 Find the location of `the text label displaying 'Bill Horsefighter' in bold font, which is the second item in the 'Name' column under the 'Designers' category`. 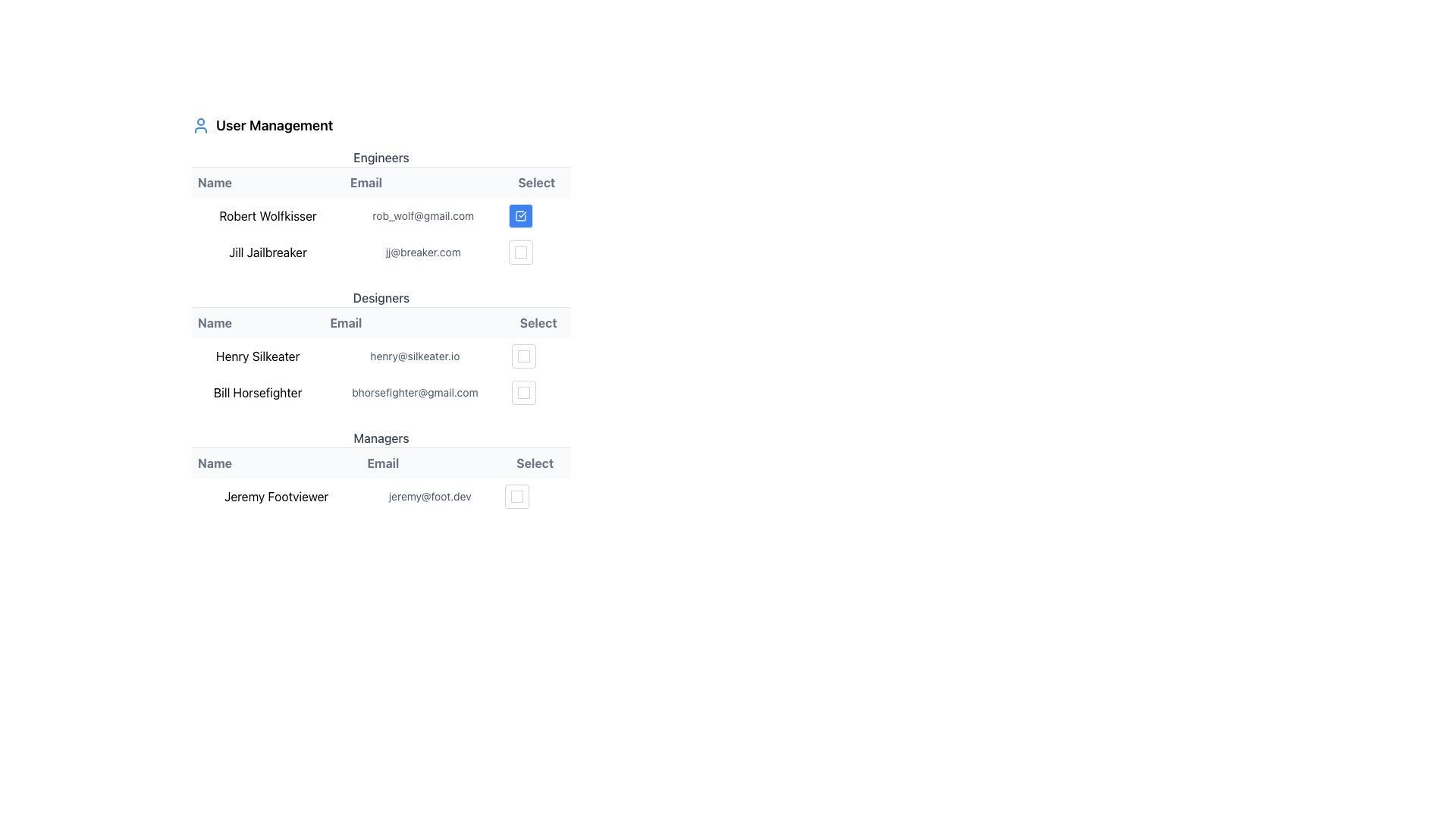

the text label displaying 'Bill Horsefighter' in bold font, which is the second item in the 'Name' column under the 'Designers' category is located at coordinates (258, 391).